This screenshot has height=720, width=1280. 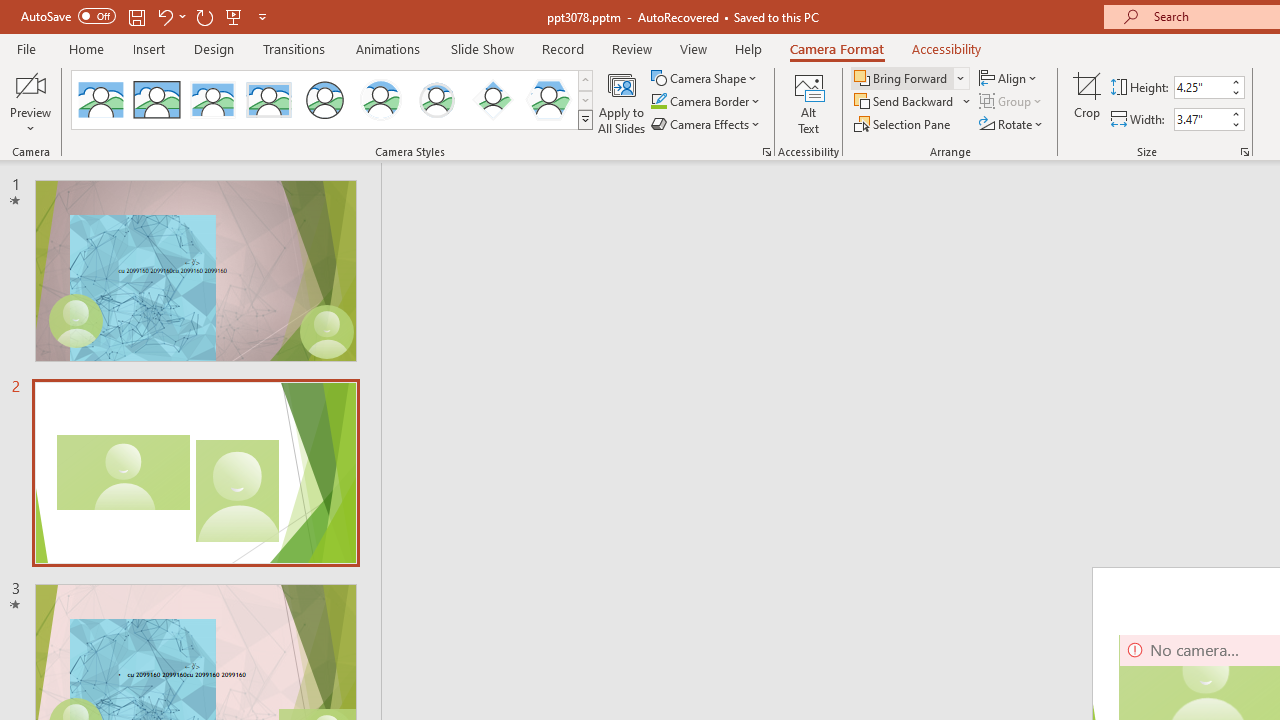 I want to click on 'Center Shadow Circle', so click(x=381, y=100).